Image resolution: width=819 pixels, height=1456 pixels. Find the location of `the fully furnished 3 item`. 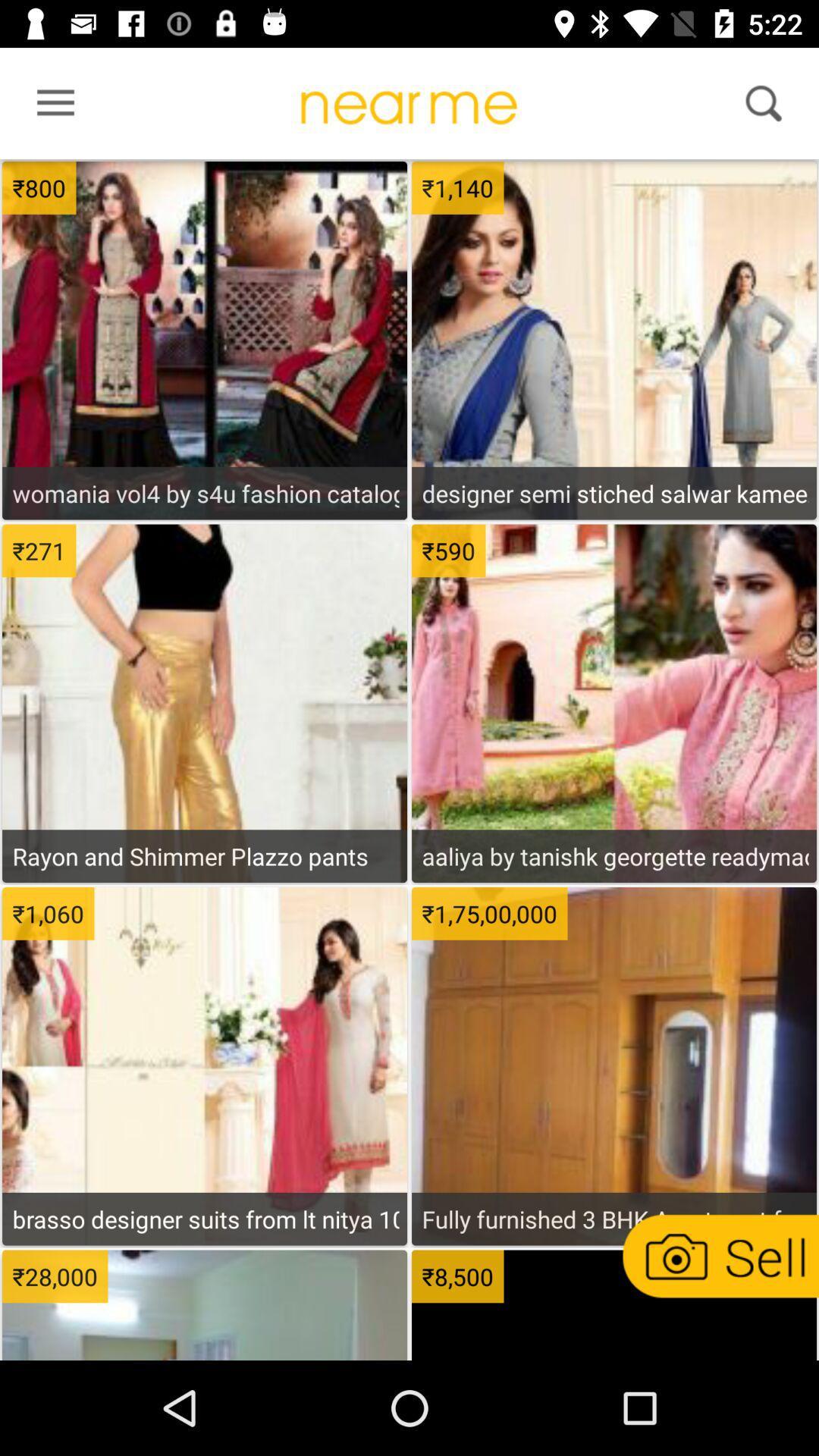

the fully furnished 3 item is located at coordinates (614, 1219).